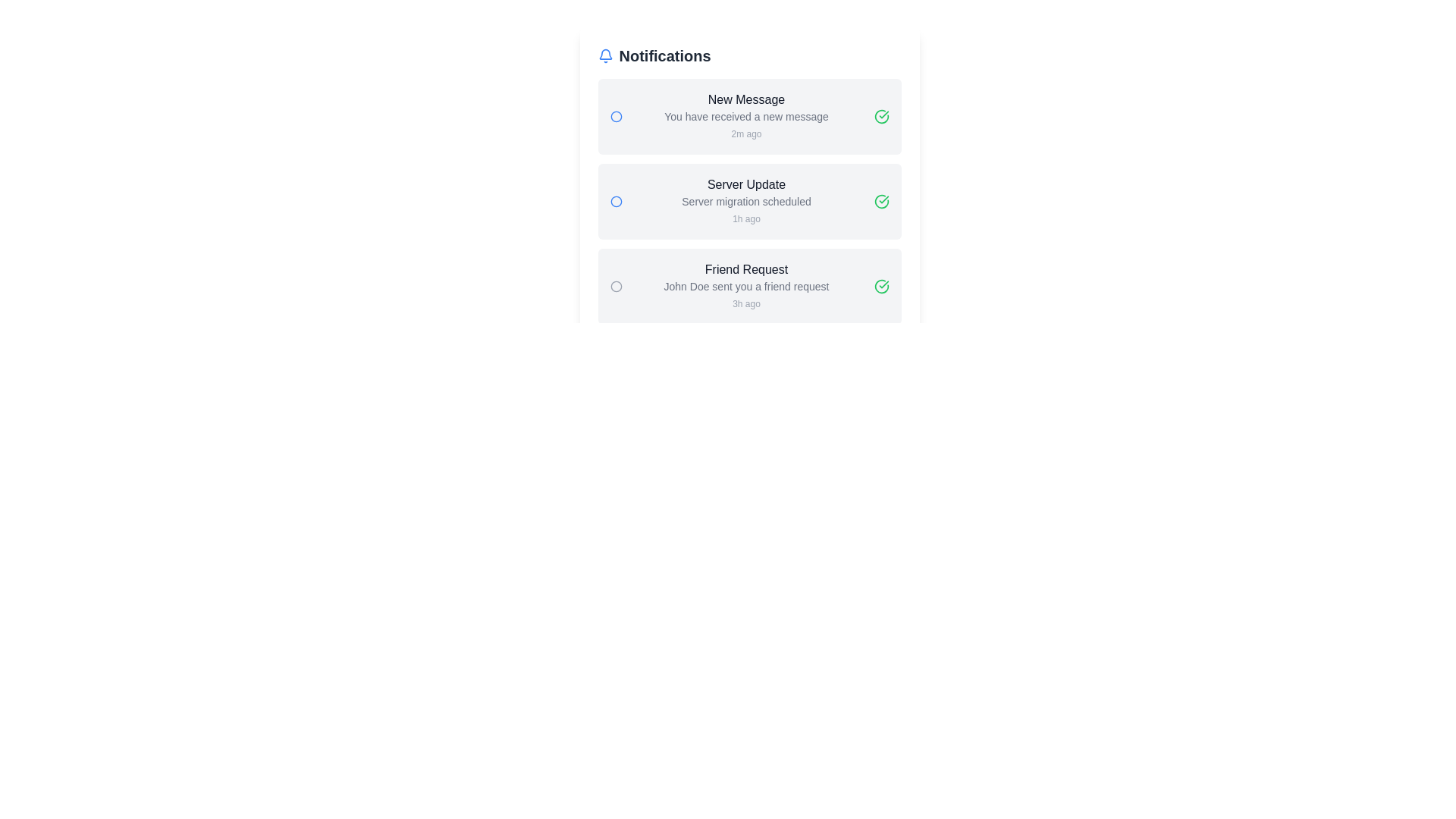  Describe the element at coordinates (749, 287) in the screenshot. I see `the interactive elements of the Notification Card displaying a friend request from 'John Doe', which is the third notification card in a vertical list` at that location.